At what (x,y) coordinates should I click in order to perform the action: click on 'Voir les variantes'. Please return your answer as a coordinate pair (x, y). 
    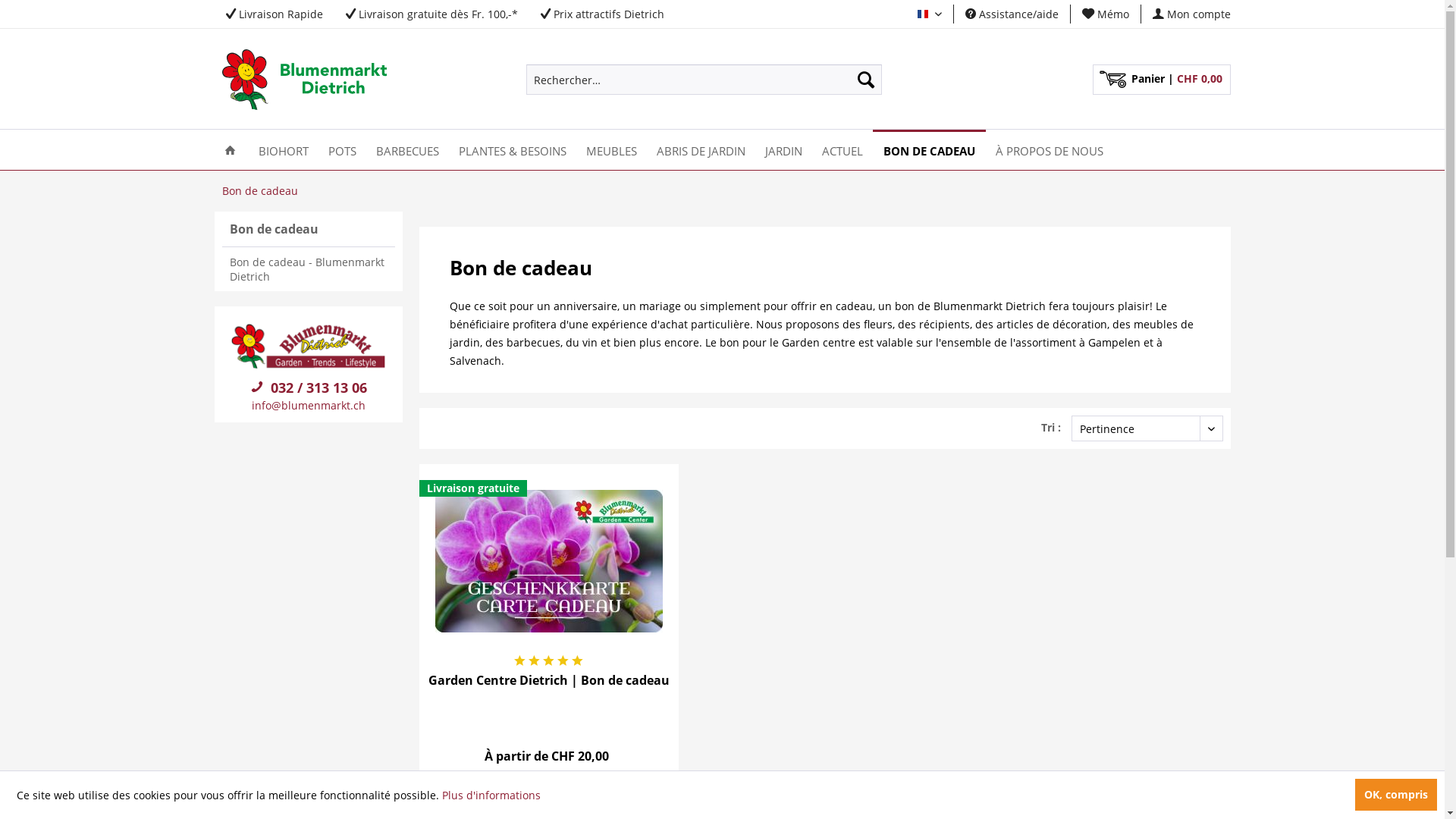
    Looking at the image, I should click on (548, 792).